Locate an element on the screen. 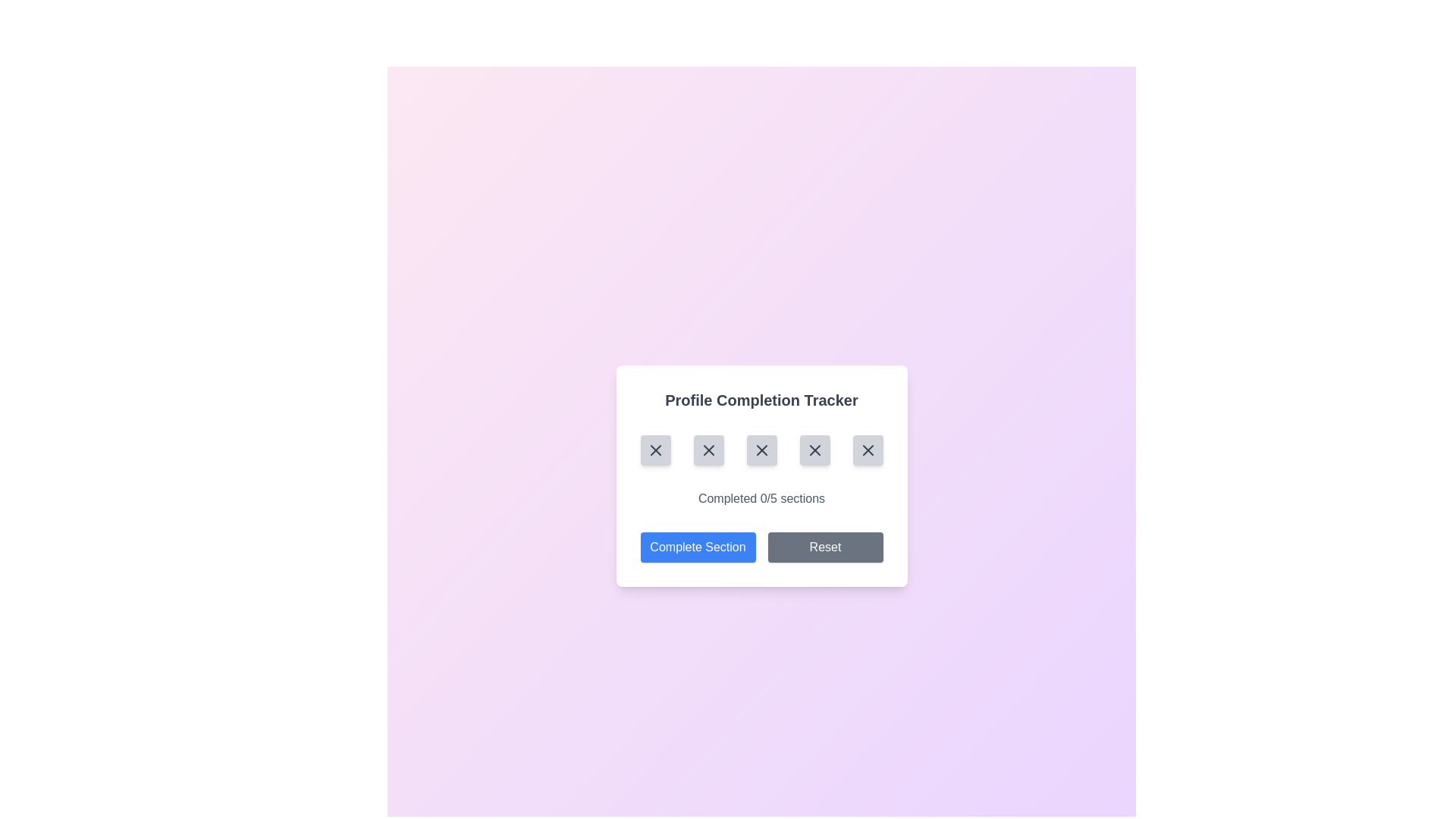 Image resolution: width=1456 pixels, height=819 pixels. the second icon in the row of five identical icons under the 'Profile Completion Tracker' heading for additional actions is located at coordinates (708, 450).